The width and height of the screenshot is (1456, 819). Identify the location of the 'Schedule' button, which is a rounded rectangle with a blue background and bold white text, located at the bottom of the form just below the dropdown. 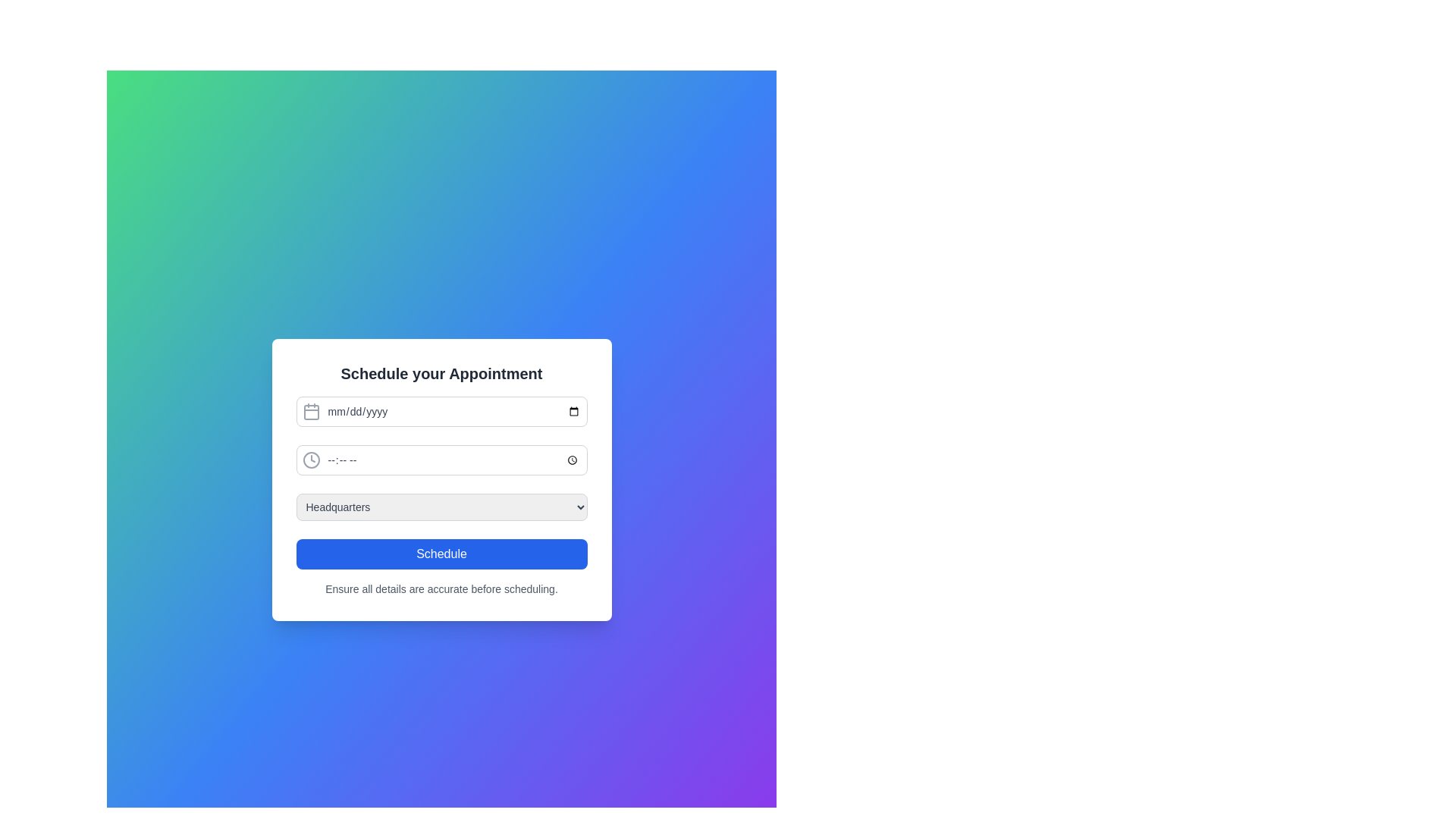
(441, 554).